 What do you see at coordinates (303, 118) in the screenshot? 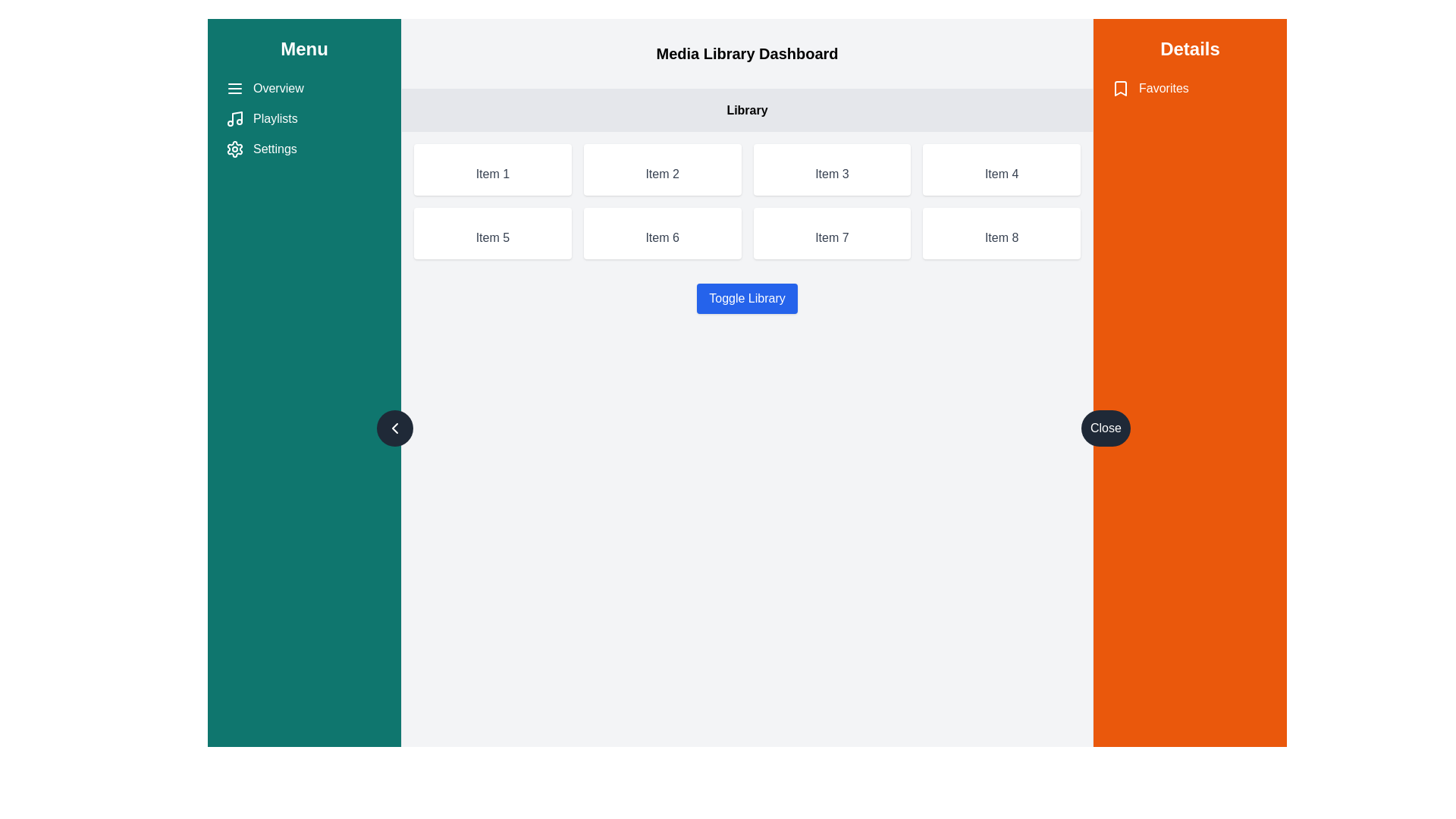
I see `the 'Playlists' menu item located in the left sidebar, which is the second item in the list between 'Overview' and 'Settings'` at bounding box center [303, 118].